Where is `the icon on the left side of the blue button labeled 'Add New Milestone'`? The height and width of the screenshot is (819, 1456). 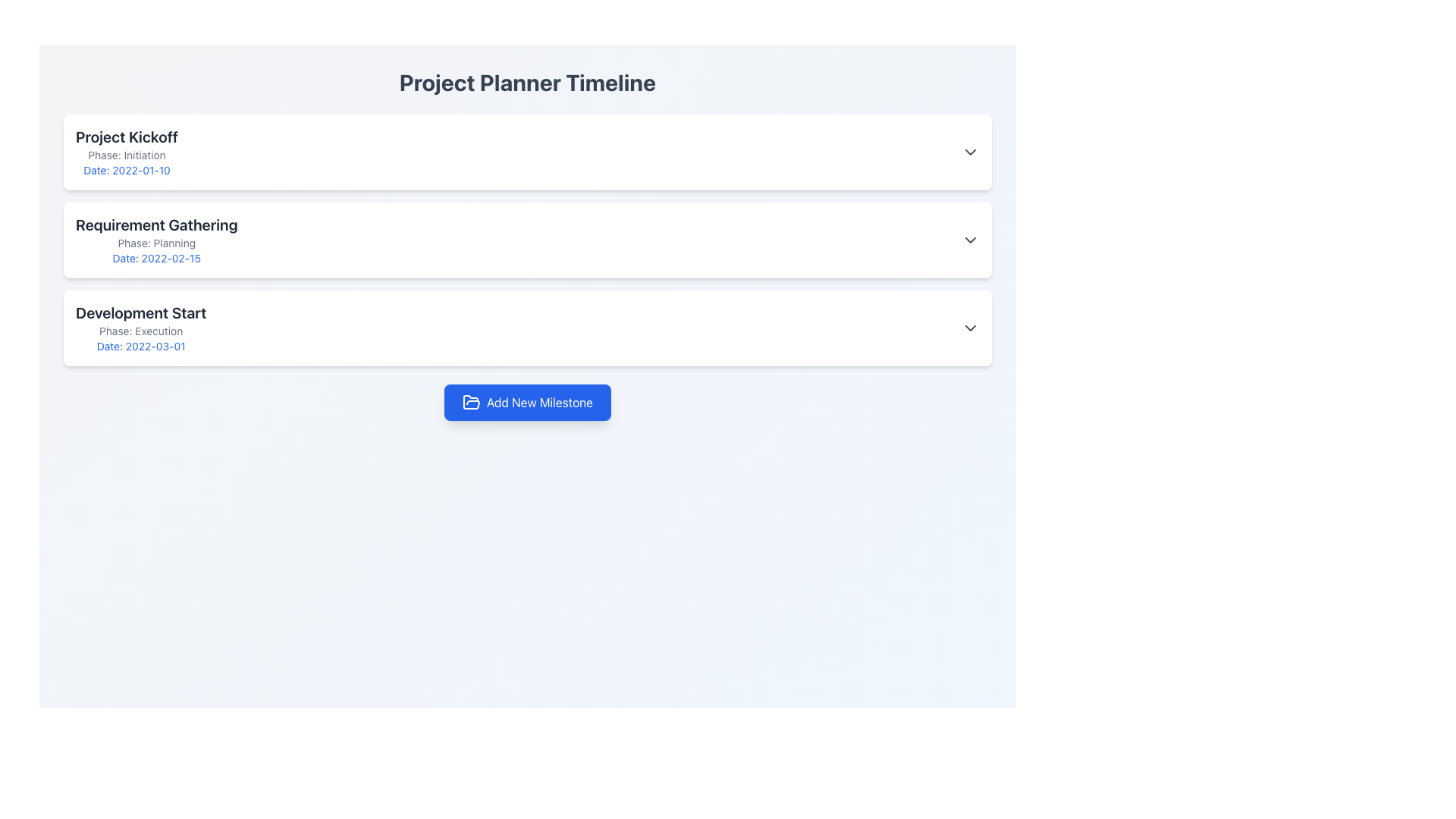
the icon on the left side of the blue button labeled 'Add New Milestone' is located at coordinates (470, 402).